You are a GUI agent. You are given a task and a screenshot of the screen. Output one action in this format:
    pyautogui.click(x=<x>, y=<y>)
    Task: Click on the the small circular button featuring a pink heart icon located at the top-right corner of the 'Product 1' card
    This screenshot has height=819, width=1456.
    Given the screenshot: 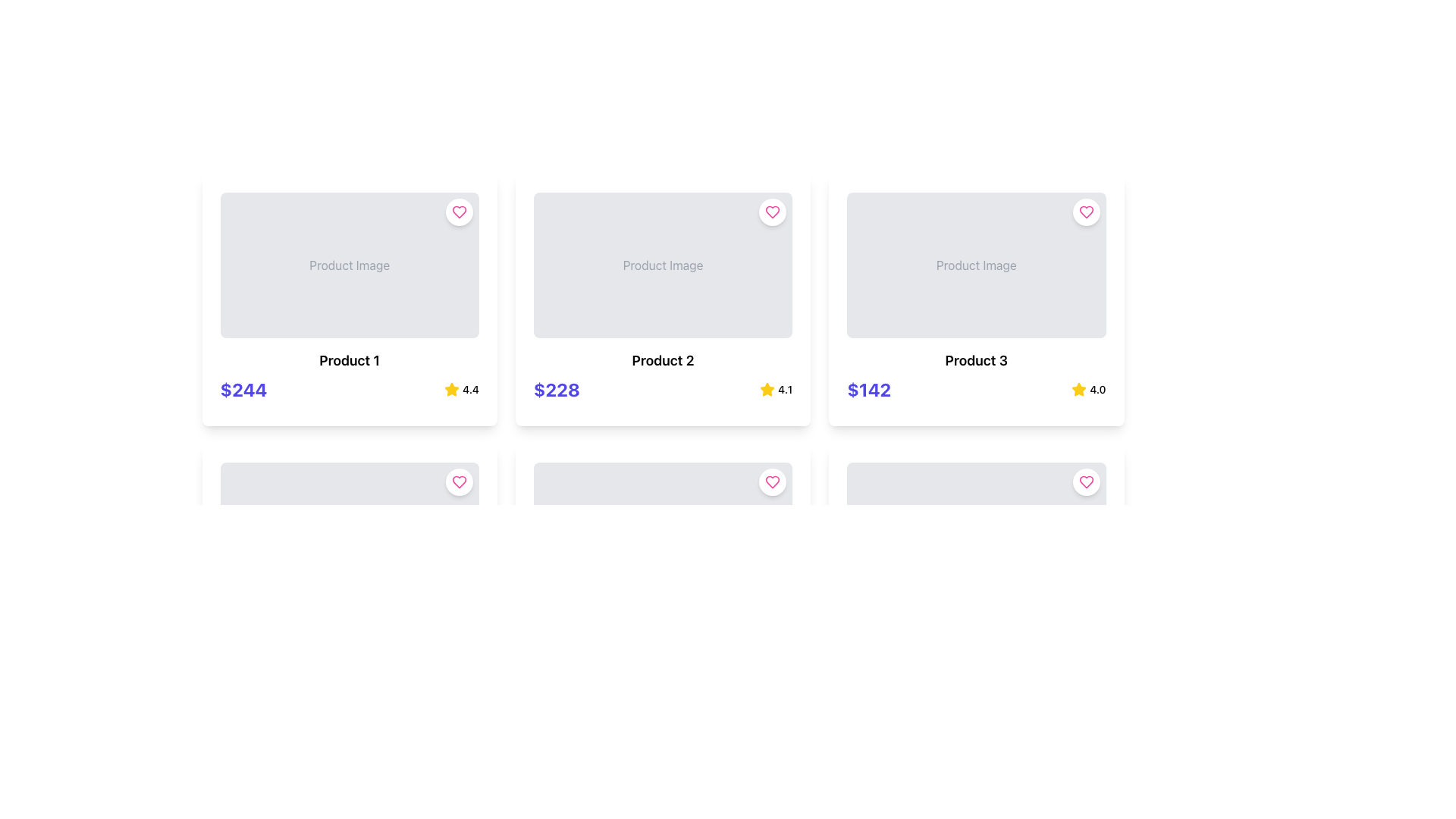 What is the action you would take?
    pyautogui.click(x=458, y=212)
    